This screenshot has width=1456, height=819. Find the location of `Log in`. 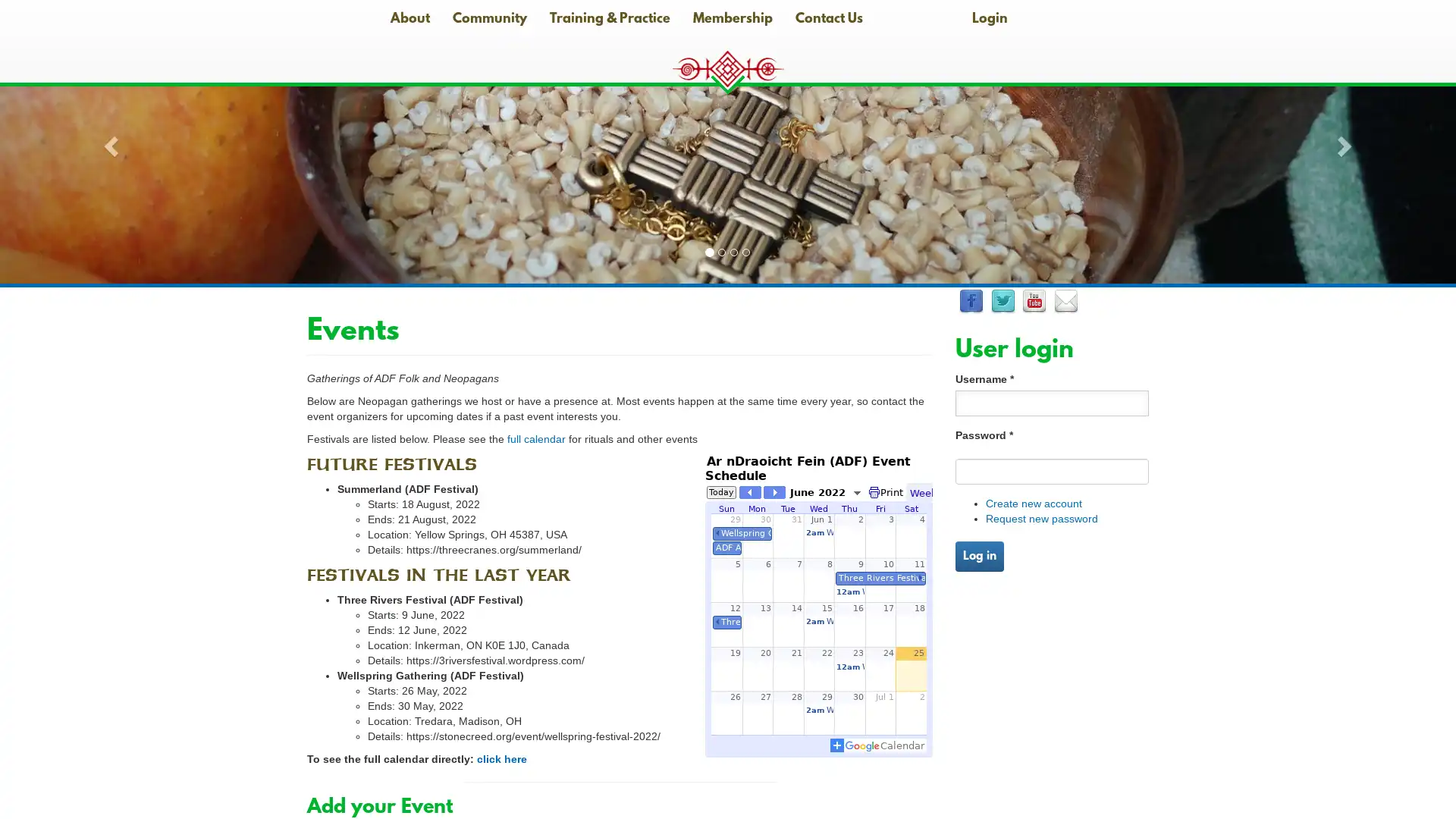

Log in is located at coordinates (979, 555).